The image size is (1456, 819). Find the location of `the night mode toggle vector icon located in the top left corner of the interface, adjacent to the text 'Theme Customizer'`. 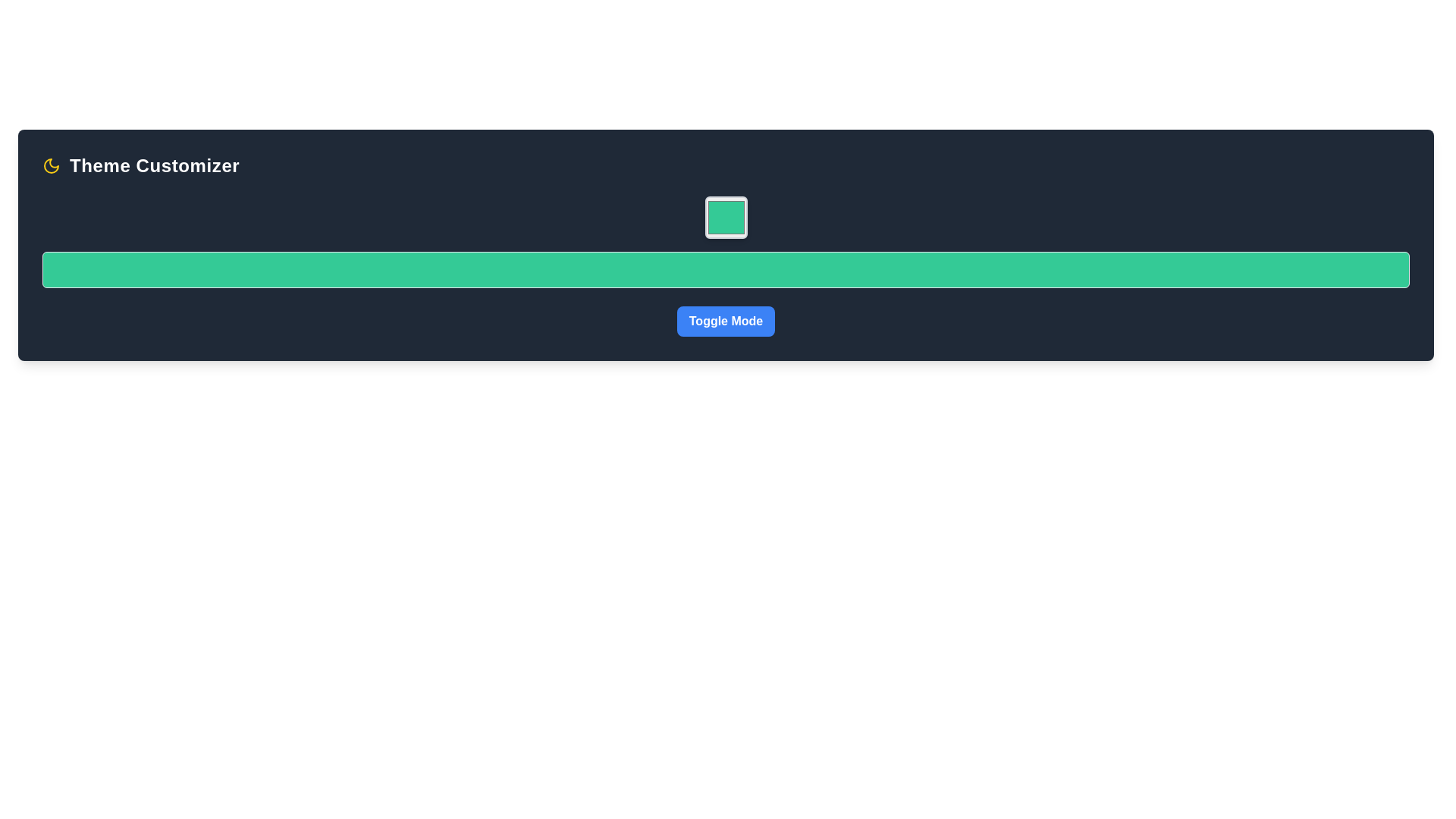

the night mode toggle vector icon located in the top left corner of the interface, adjacent to the text 'Theme Customizer' is located at coordinates (51, 166).